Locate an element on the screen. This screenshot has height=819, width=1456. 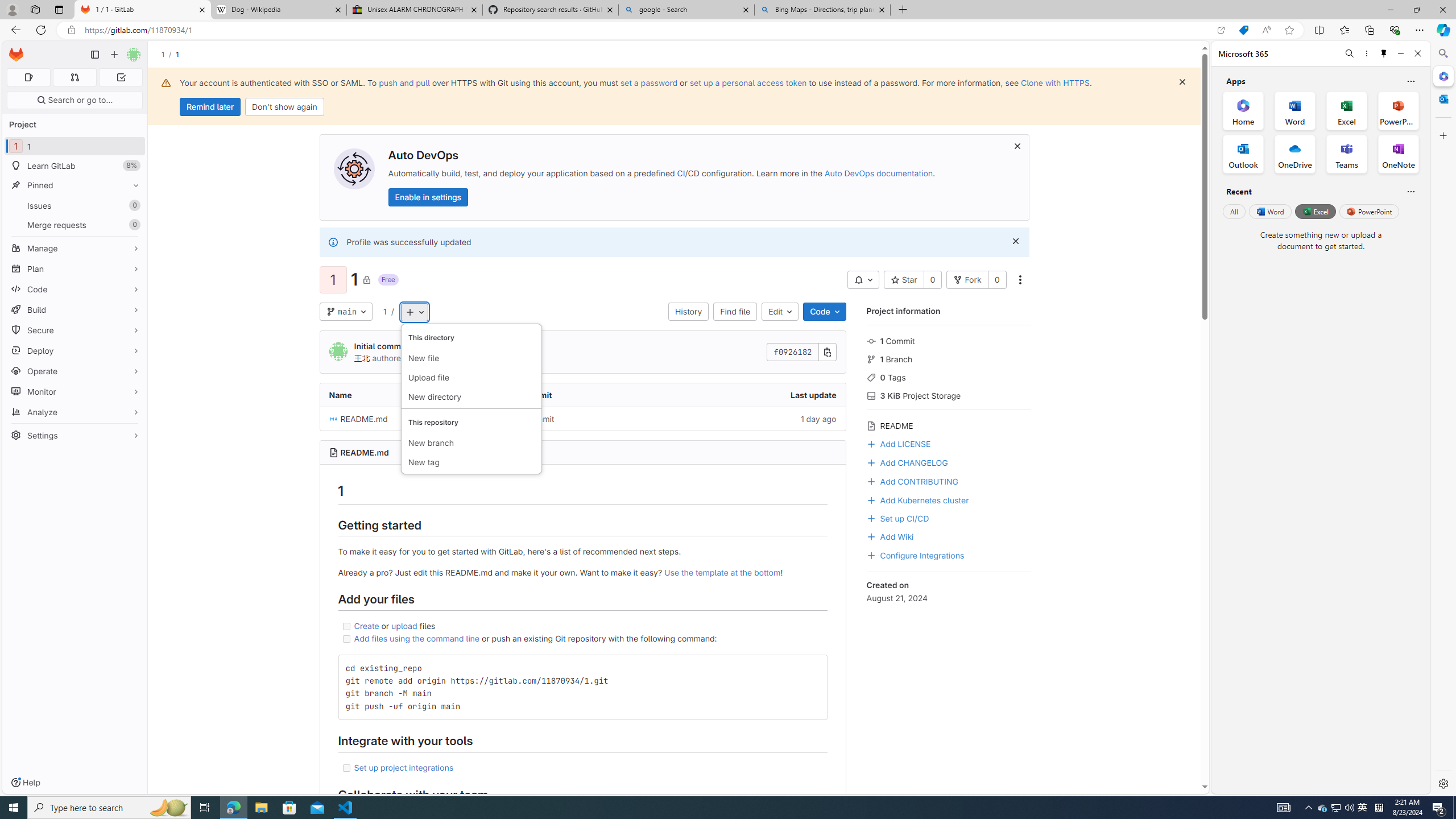
'3 KiB Project Storage' is located at coordinates (948, 394).